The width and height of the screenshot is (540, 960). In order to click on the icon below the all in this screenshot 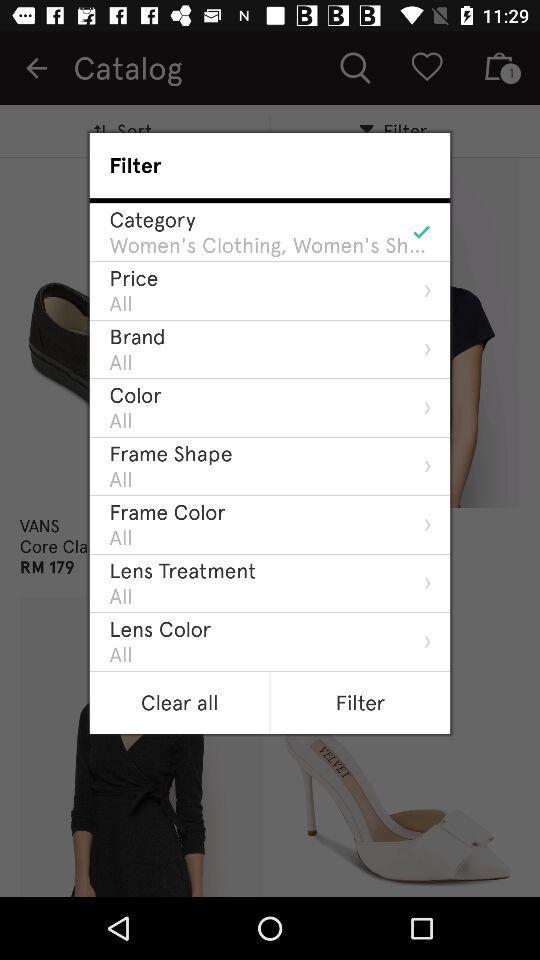, I will do `click(136, 336)`.